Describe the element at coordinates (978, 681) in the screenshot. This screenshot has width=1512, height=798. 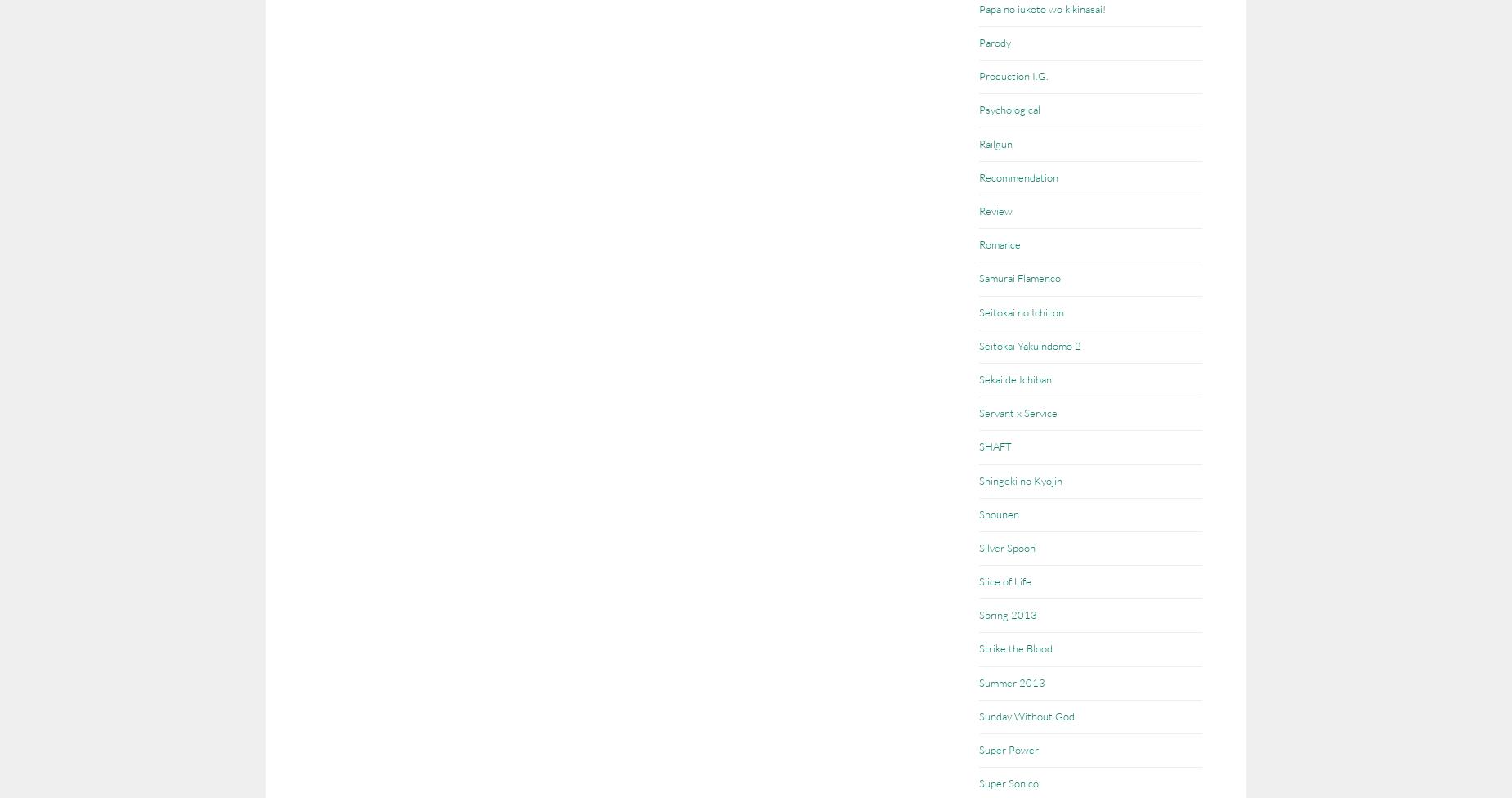
I see `'Summer 2013'` at that location.